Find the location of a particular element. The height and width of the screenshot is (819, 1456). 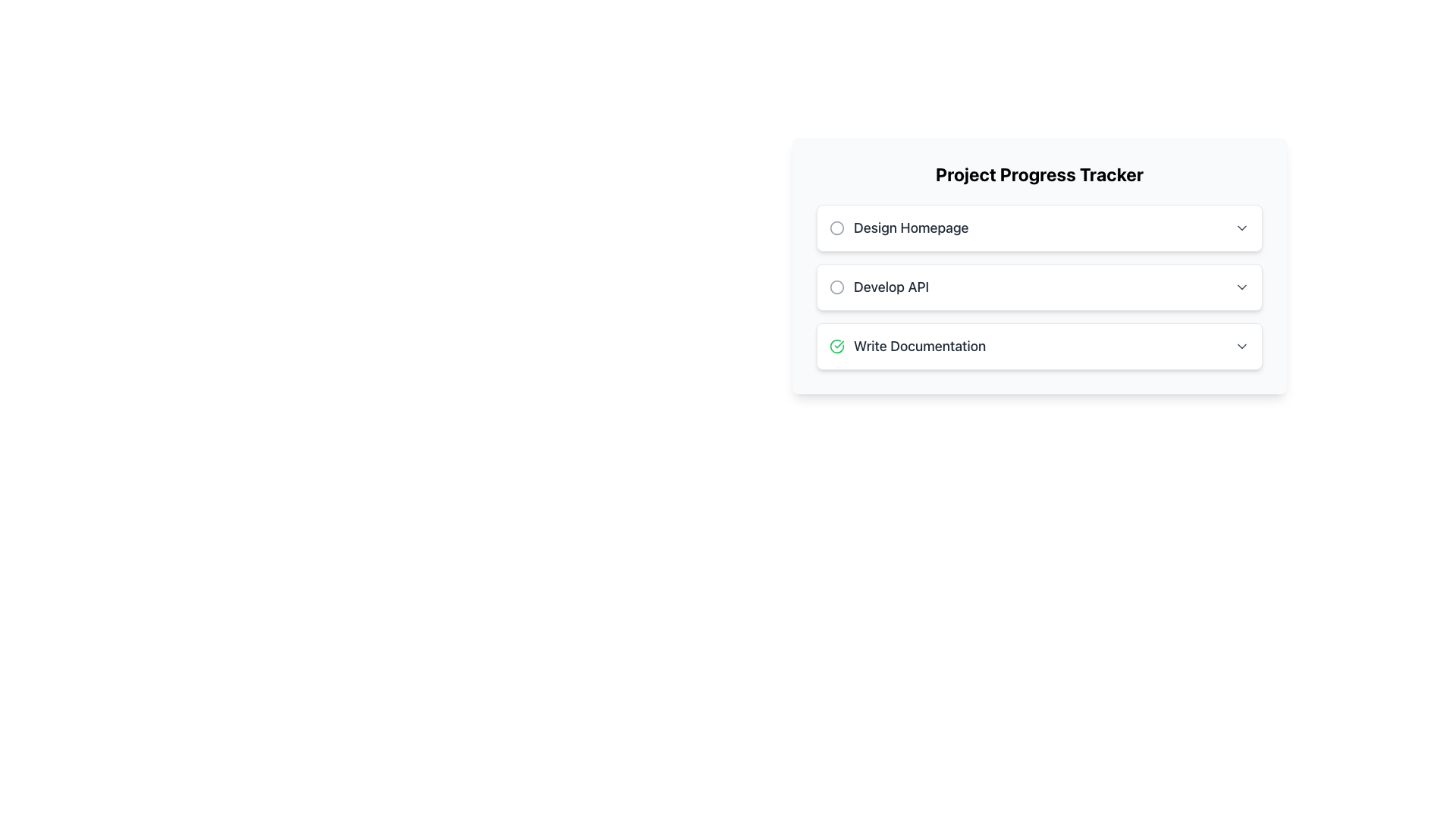

the 'Design Homepage' list item is located at coordinates (1039, 227).